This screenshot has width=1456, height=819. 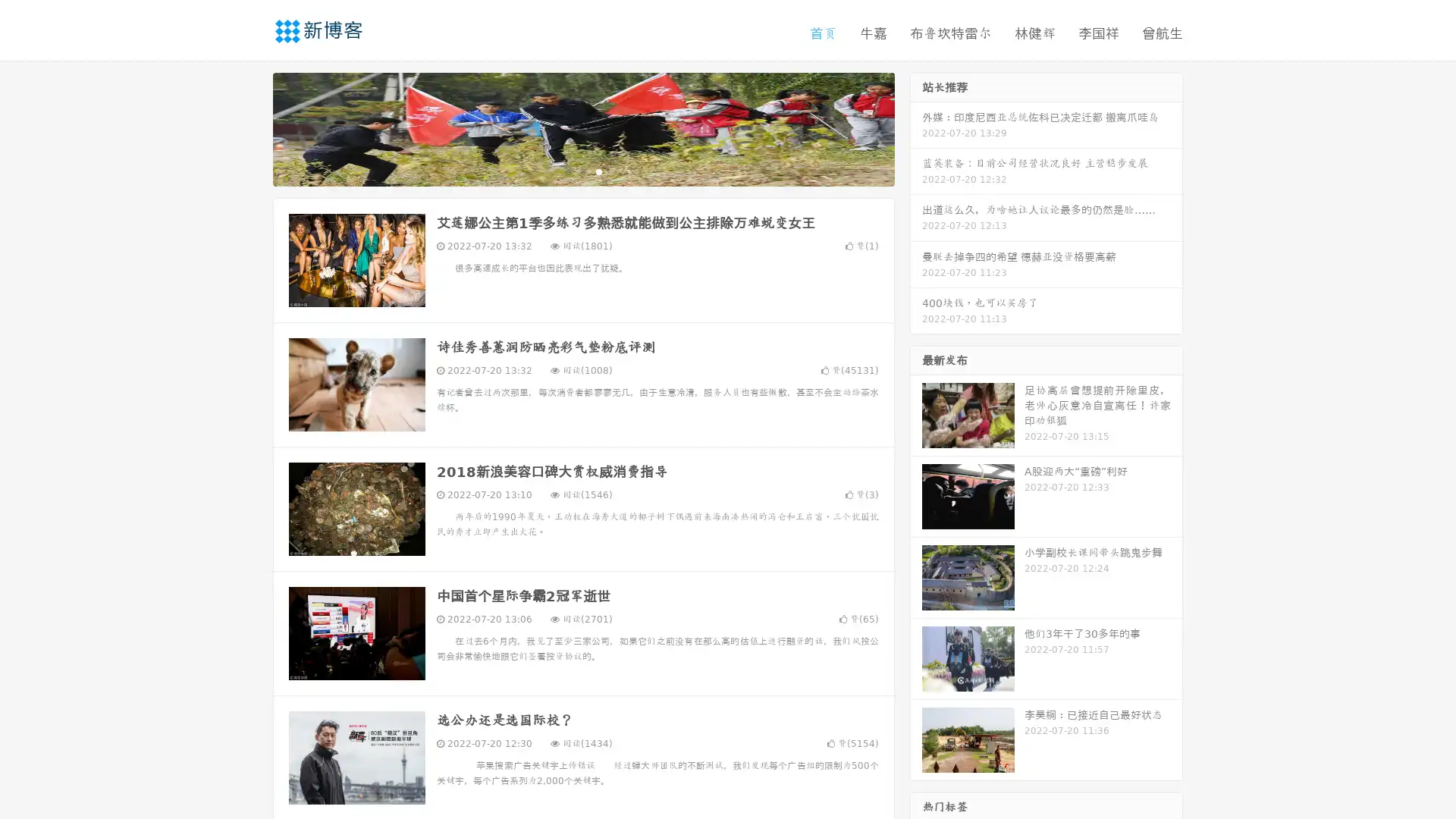 I want to click on Next slide, so click(x=916, y=127).